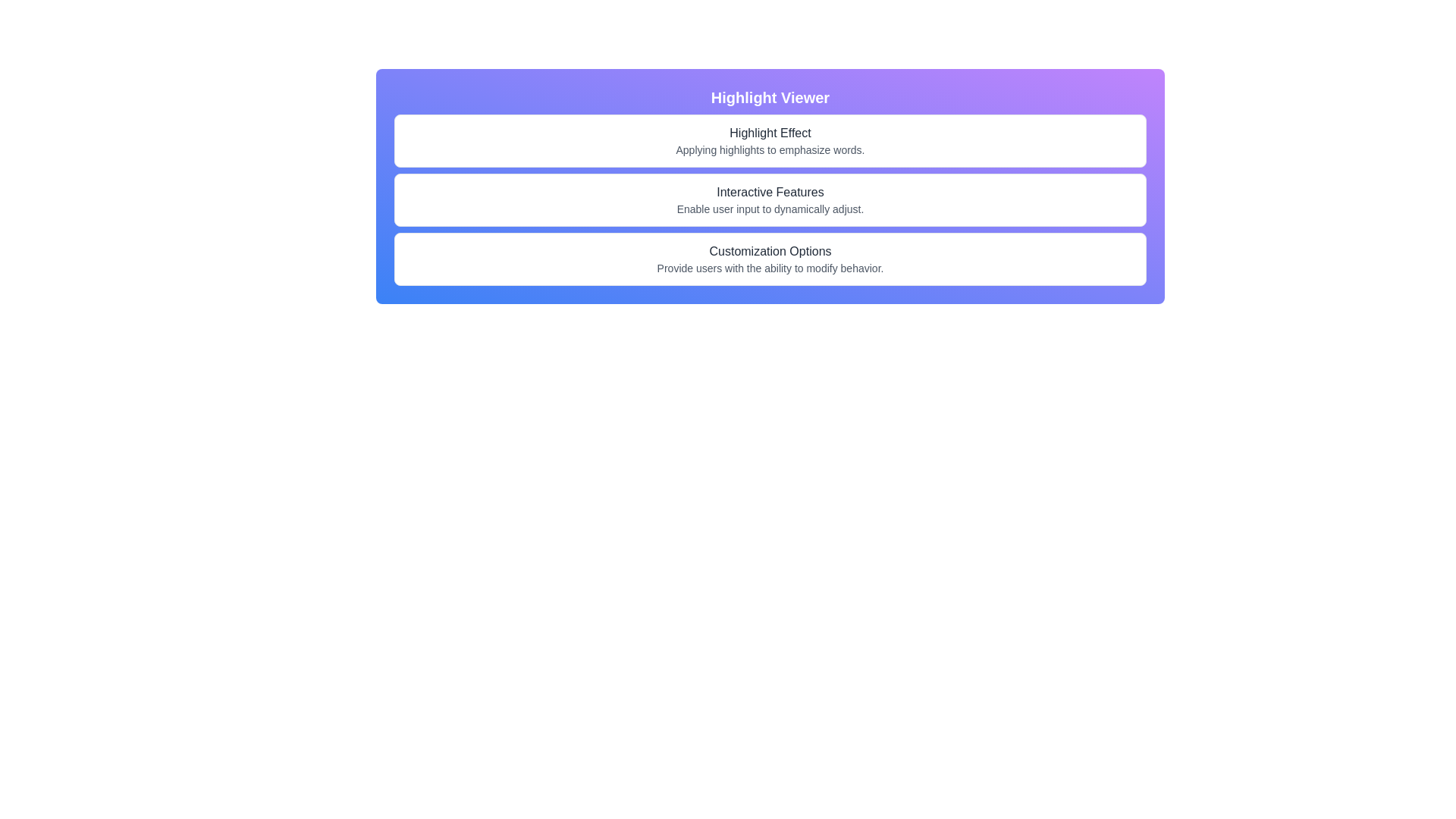 This screenshot has width=1456, height=819. I want to click on the 11th character of the text 'Interactive Features' located under the 'Highlight Viewer' header, so click(769, 191).